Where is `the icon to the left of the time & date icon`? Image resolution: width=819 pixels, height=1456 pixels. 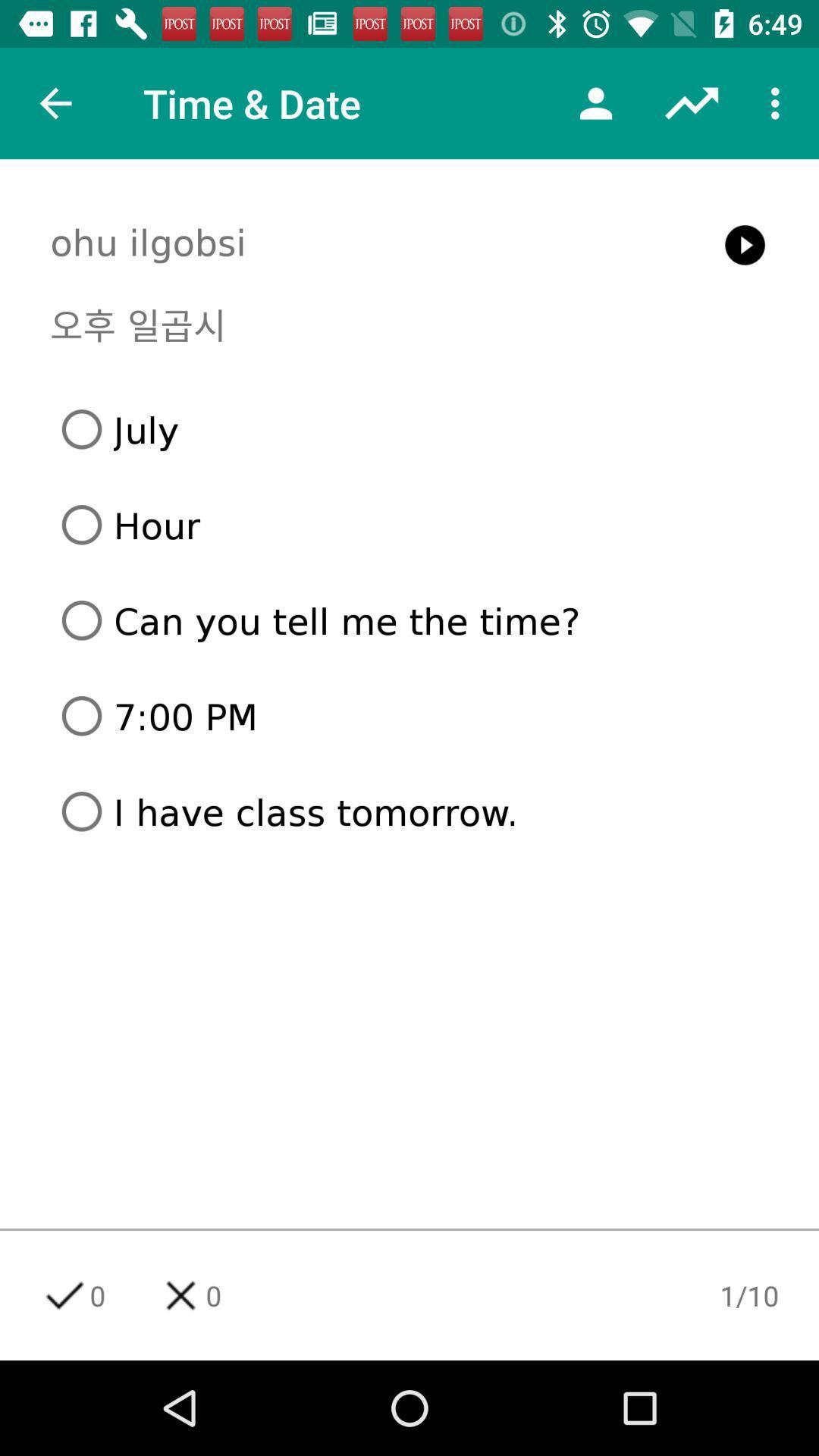
the icon to the left of the time & date icon is located at coordinates (55, 102).